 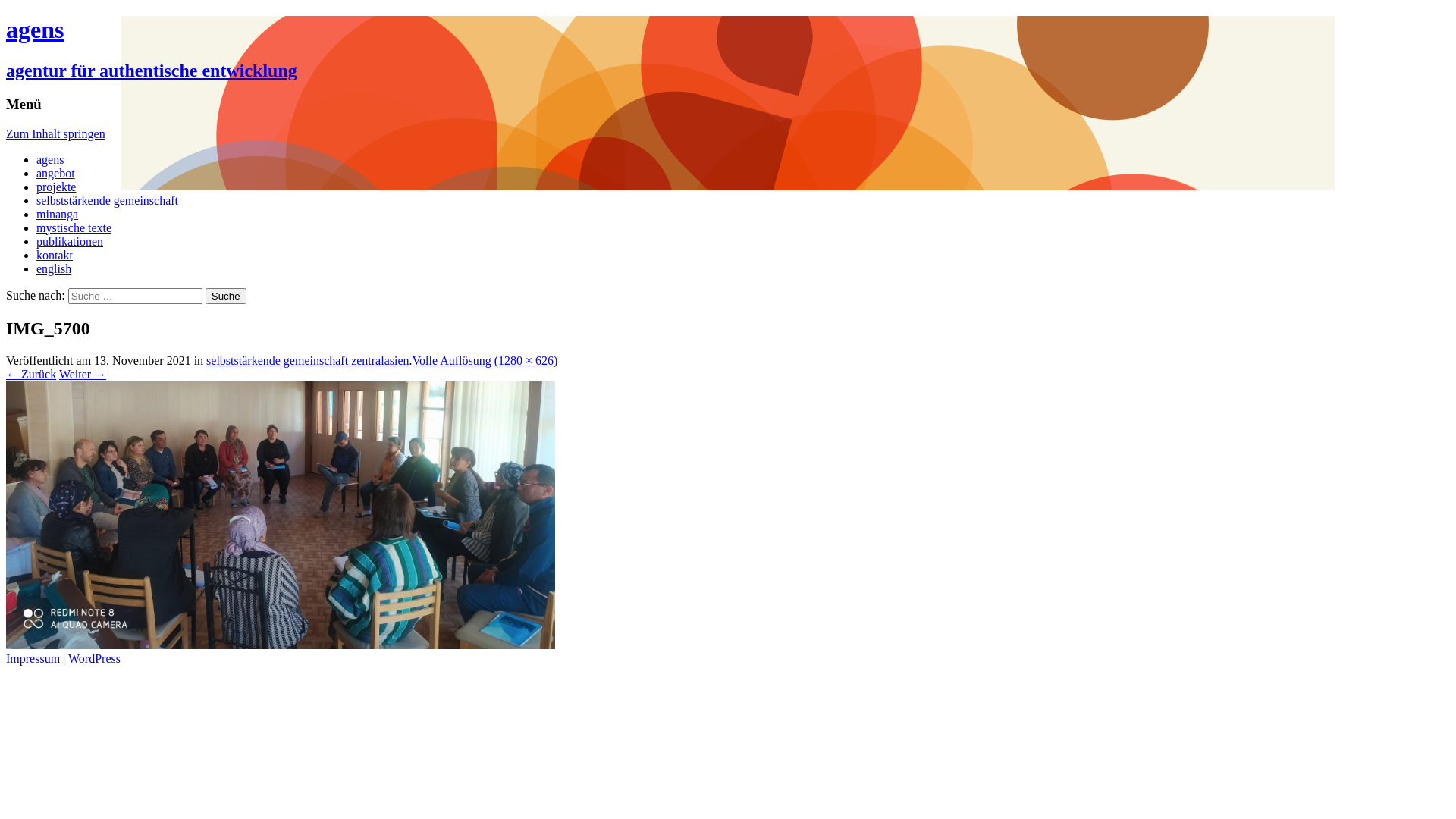 I want to click on 'IMG_5700', so click(x=280, y=645).